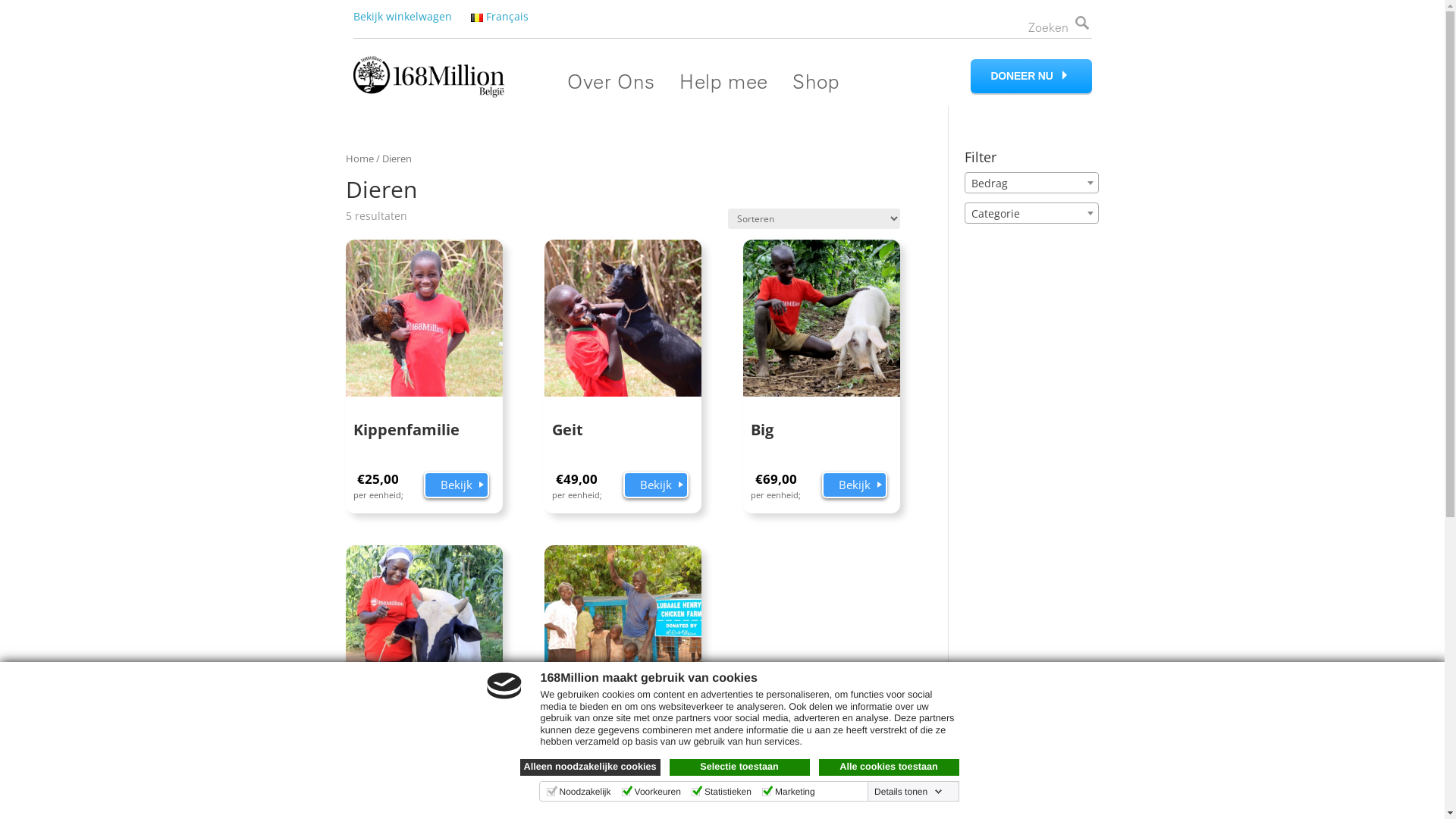 The width and height of the screenshot is (1456, 819). Describe the element at coordinates (424, 652) in the screenshot. I see `'Koe'` at that location.